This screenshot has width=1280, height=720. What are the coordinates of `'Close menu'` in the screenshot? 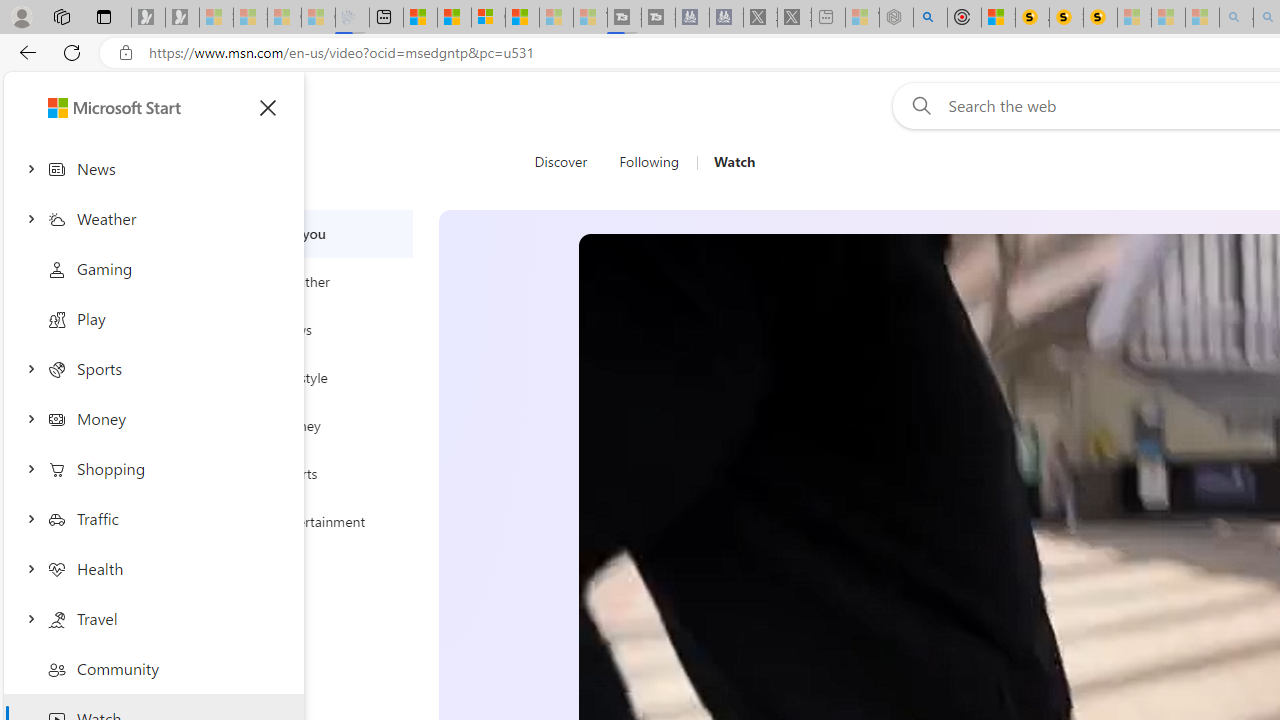 It's located at (267, 108).